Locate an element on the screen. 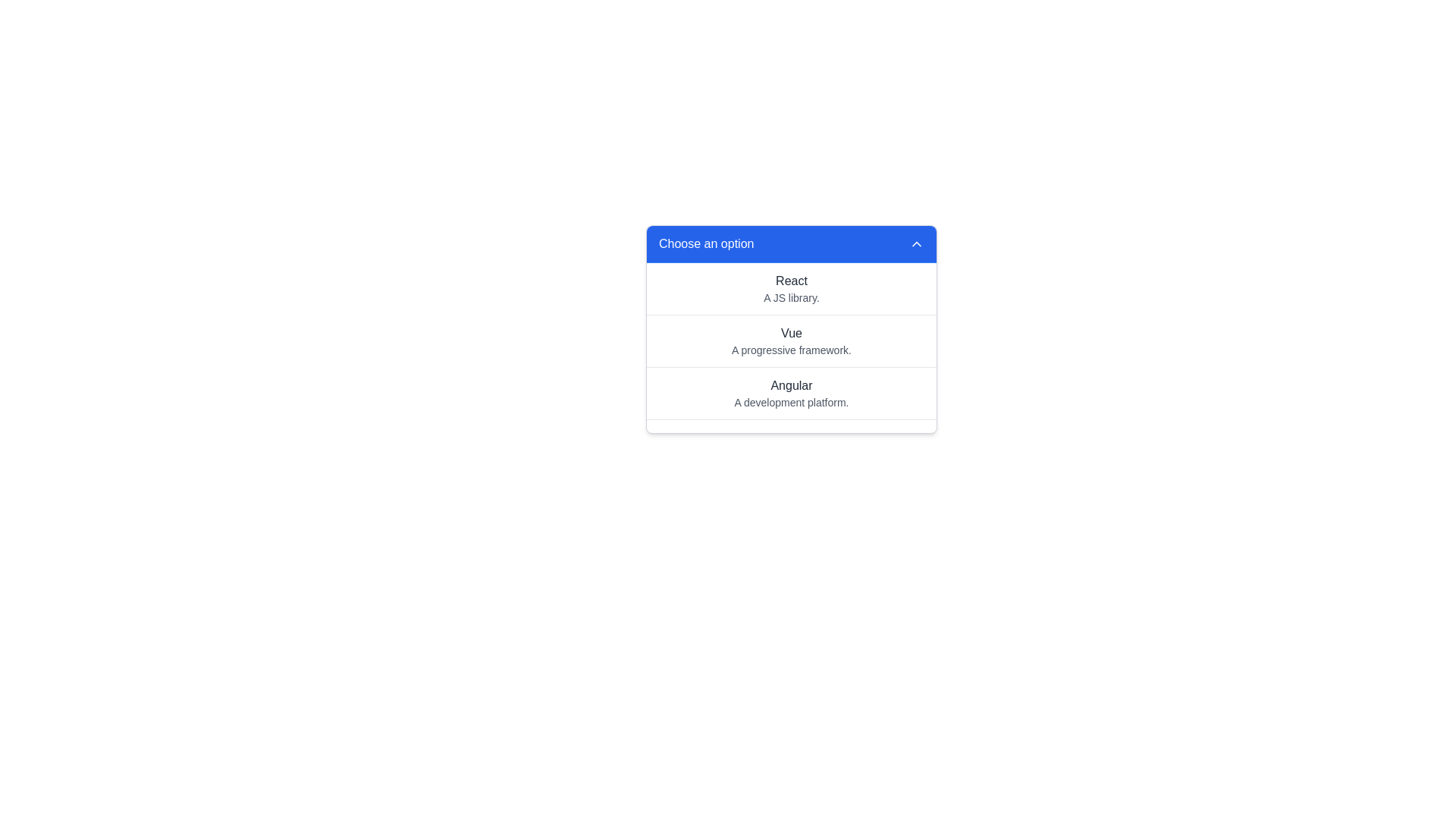 The height and width of the screenshot is (819, 1456). the text label displaying 'A development platform.' which is positioned beneath the 'Angular' option in the dropdown menu is located at coordinates (790, 402).